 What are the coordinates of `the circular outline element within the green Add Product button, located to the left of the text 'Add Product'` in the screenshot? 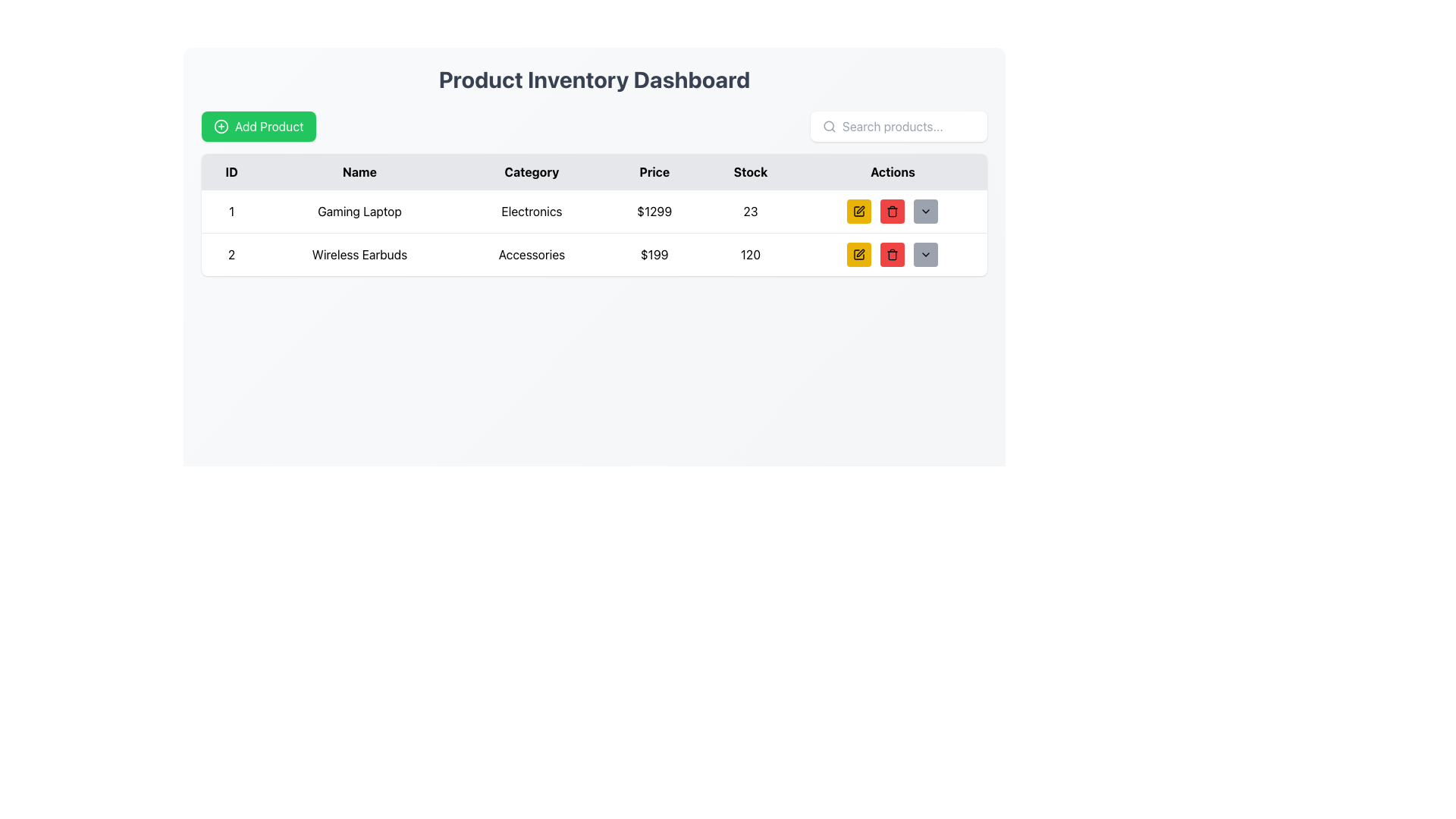 It's located at (221, 125).